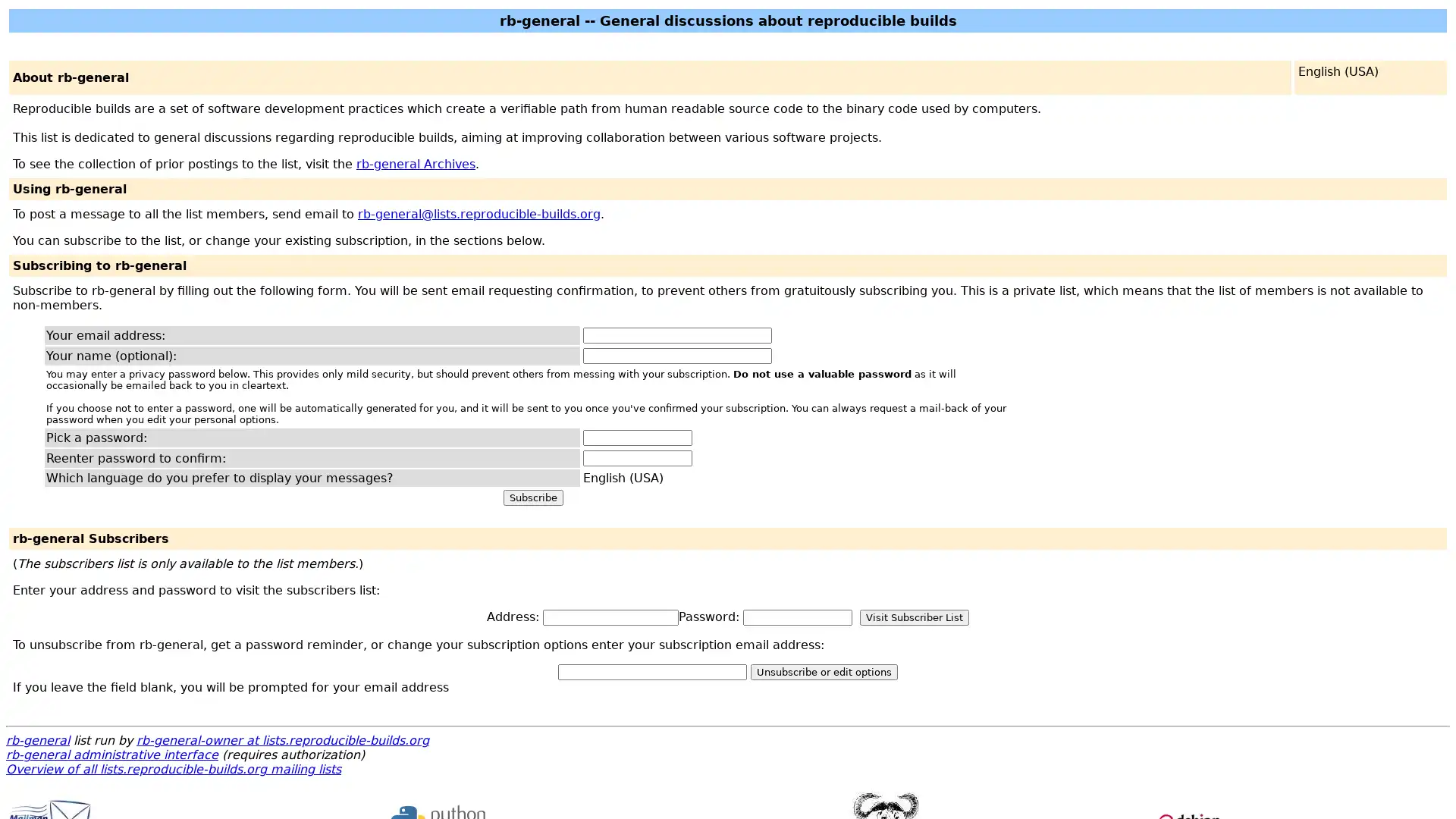 This screenshot has width=1456, height=819. I want to click on Subscribe, so click(532, 497).